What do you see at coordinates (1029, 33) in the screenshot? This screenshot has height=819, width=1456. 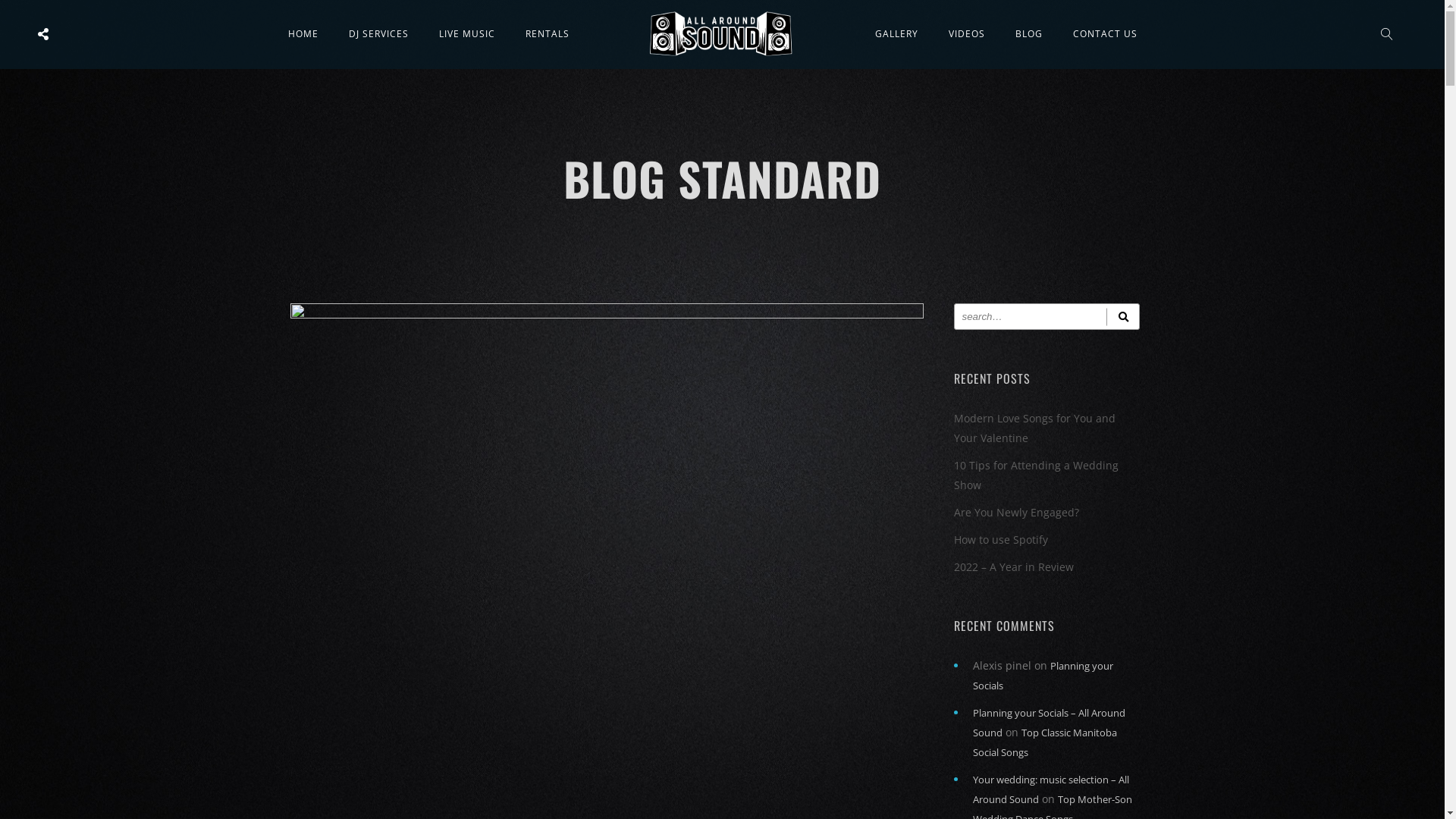 I see `'BLOG'` at bounding box center [1029, 33].